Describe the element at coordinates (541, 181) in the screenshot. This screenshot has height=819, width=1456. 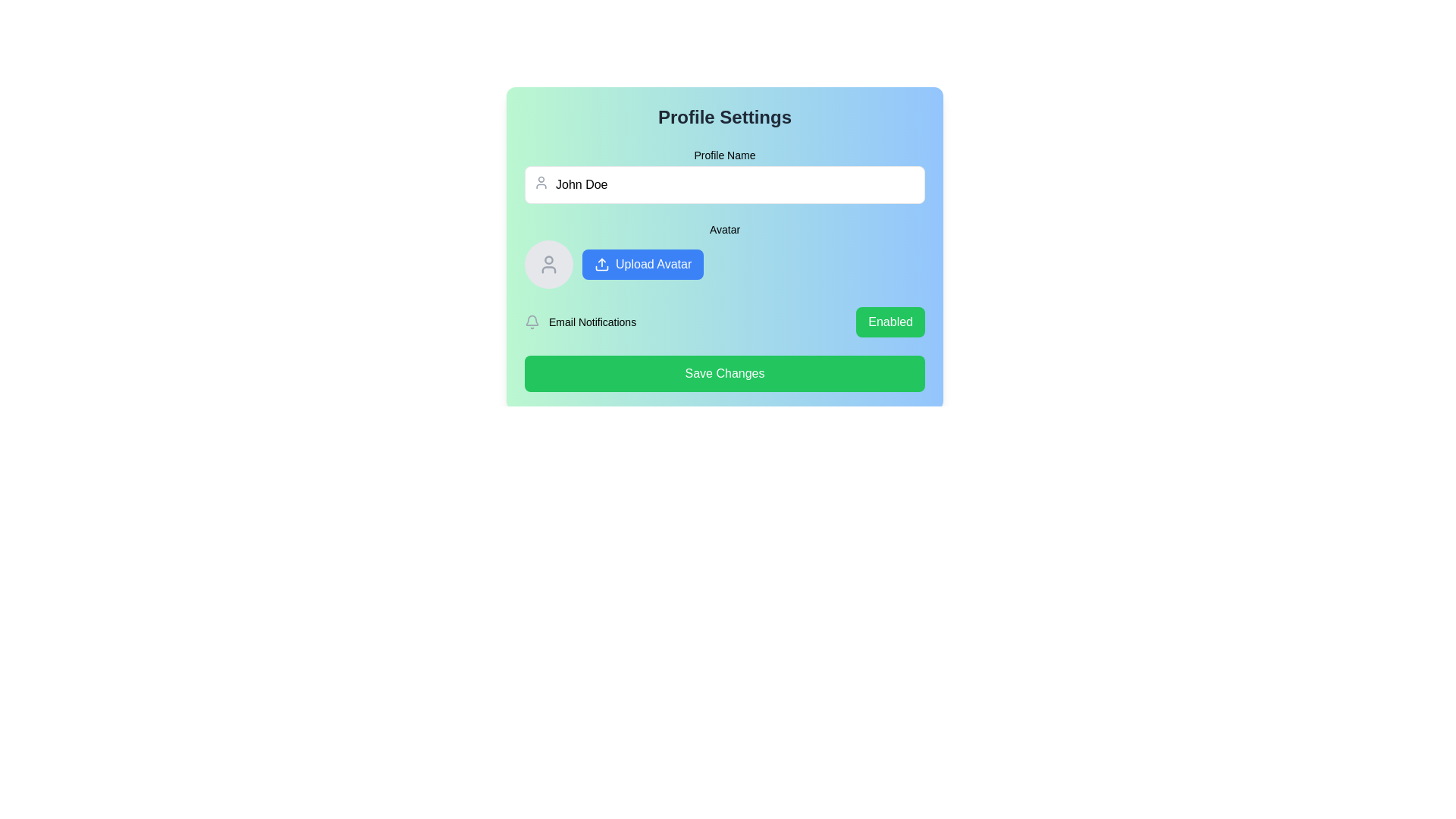
I see `the profile name icon located to the left of the 'Profile Name' input box in the 'Profile Settings' interface, aligned with the placeholder text 'John Doe.'` at that location.